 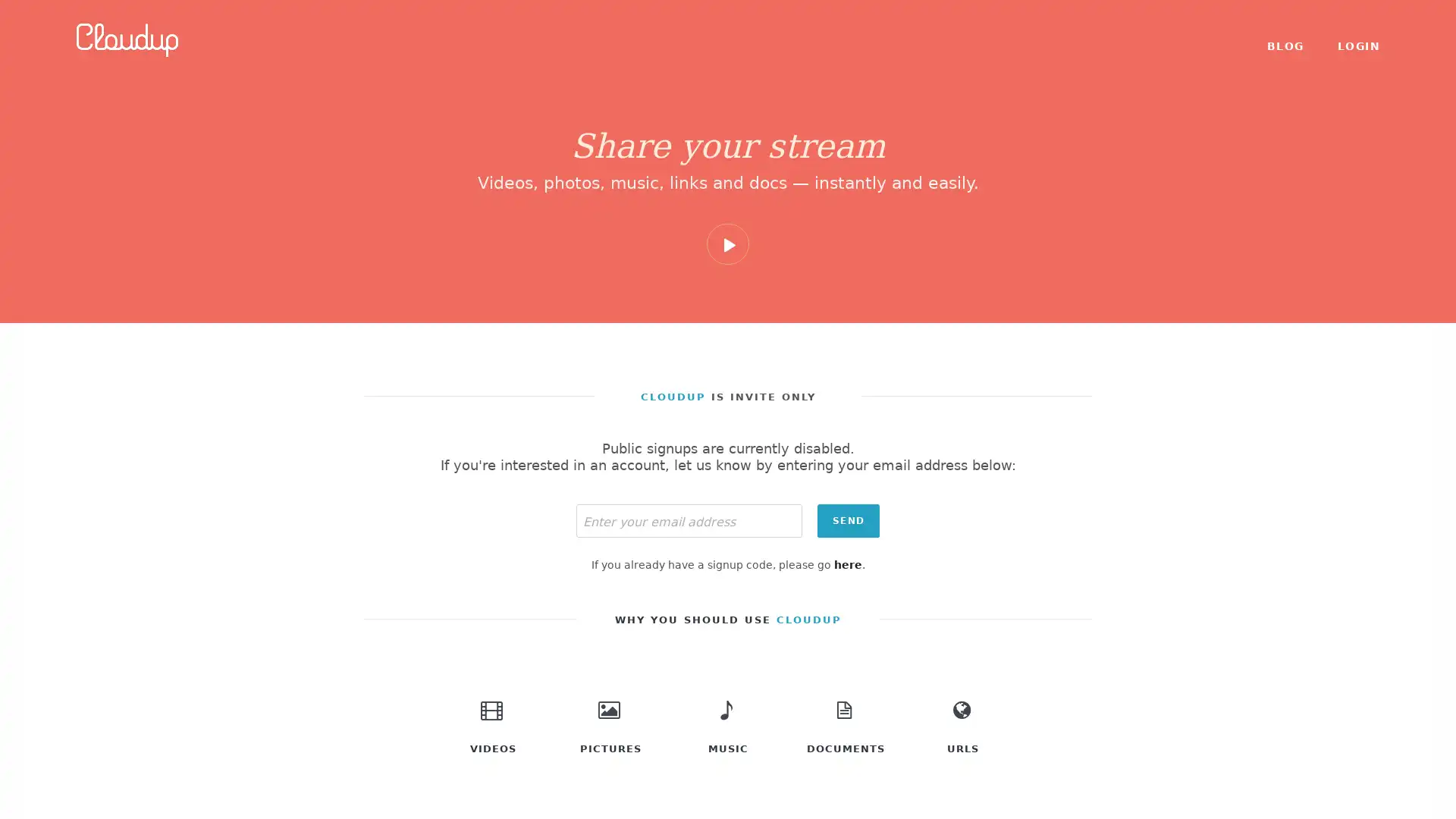 I want to click on SEND, so click(x=847, y=519).